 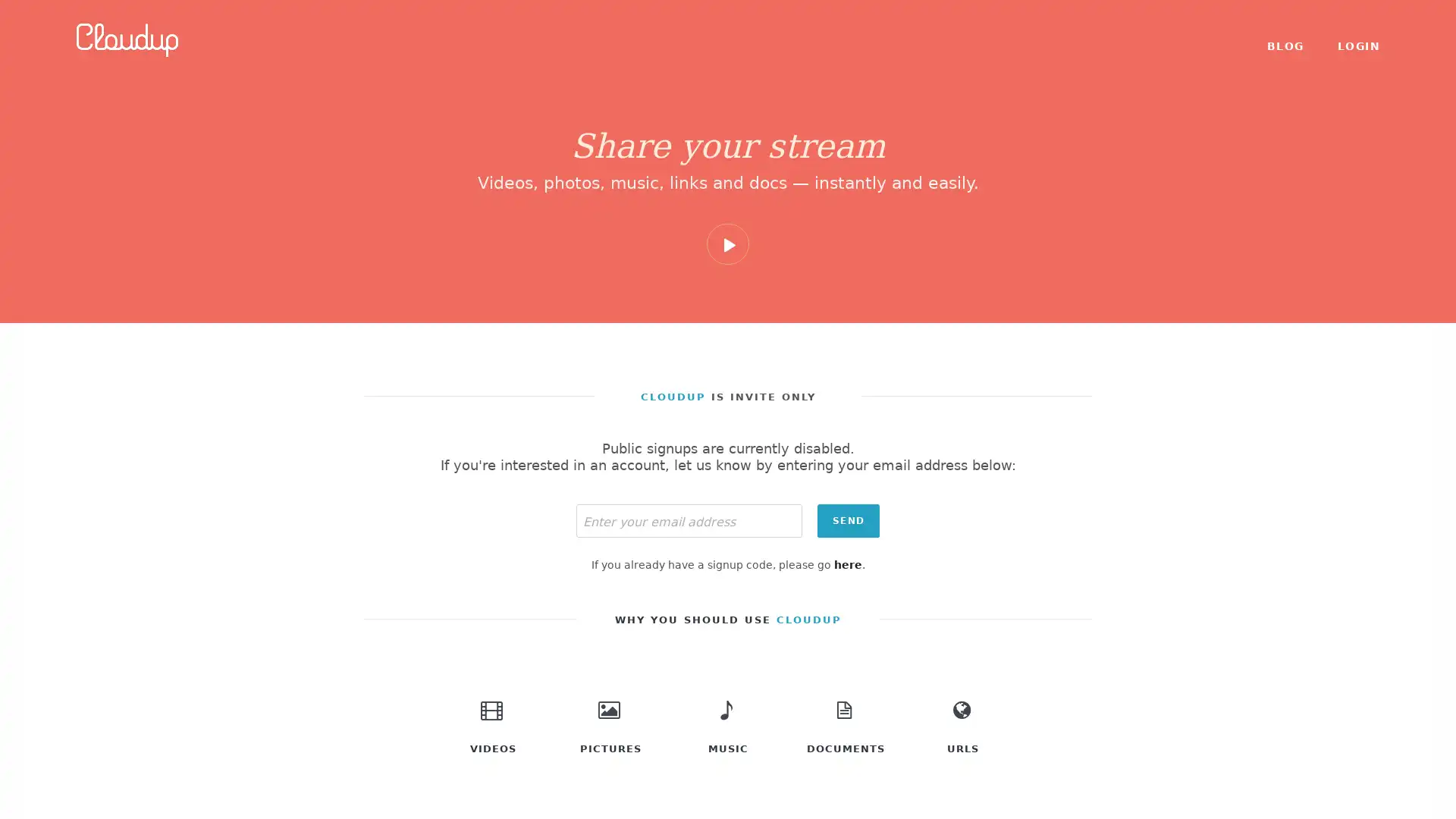 I want to click on SEND, so click(x=847, y=519).